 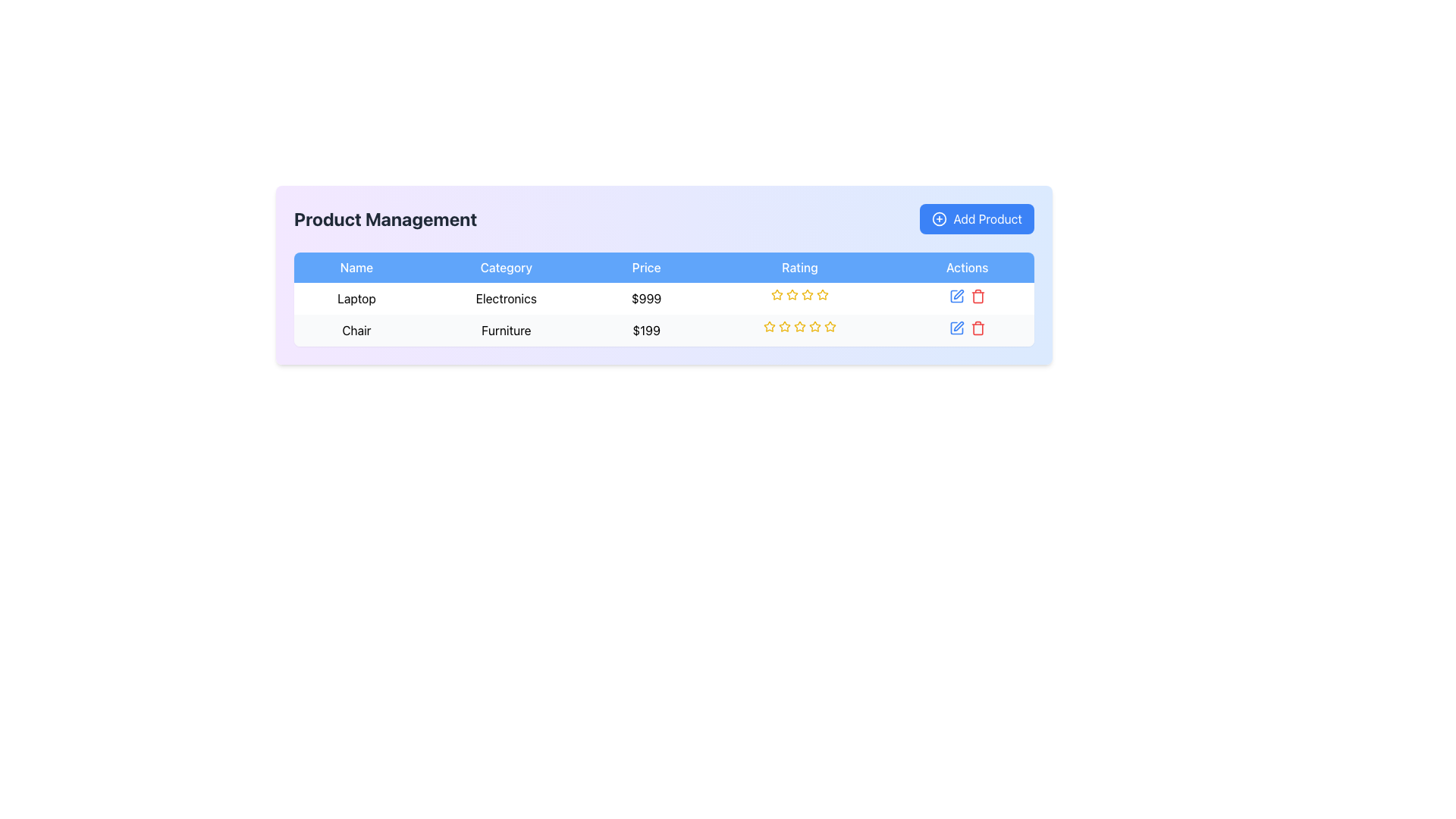 I want to click on the edit button located in the 'Actions' column of the first row in the table, so click(x=955, y=296).